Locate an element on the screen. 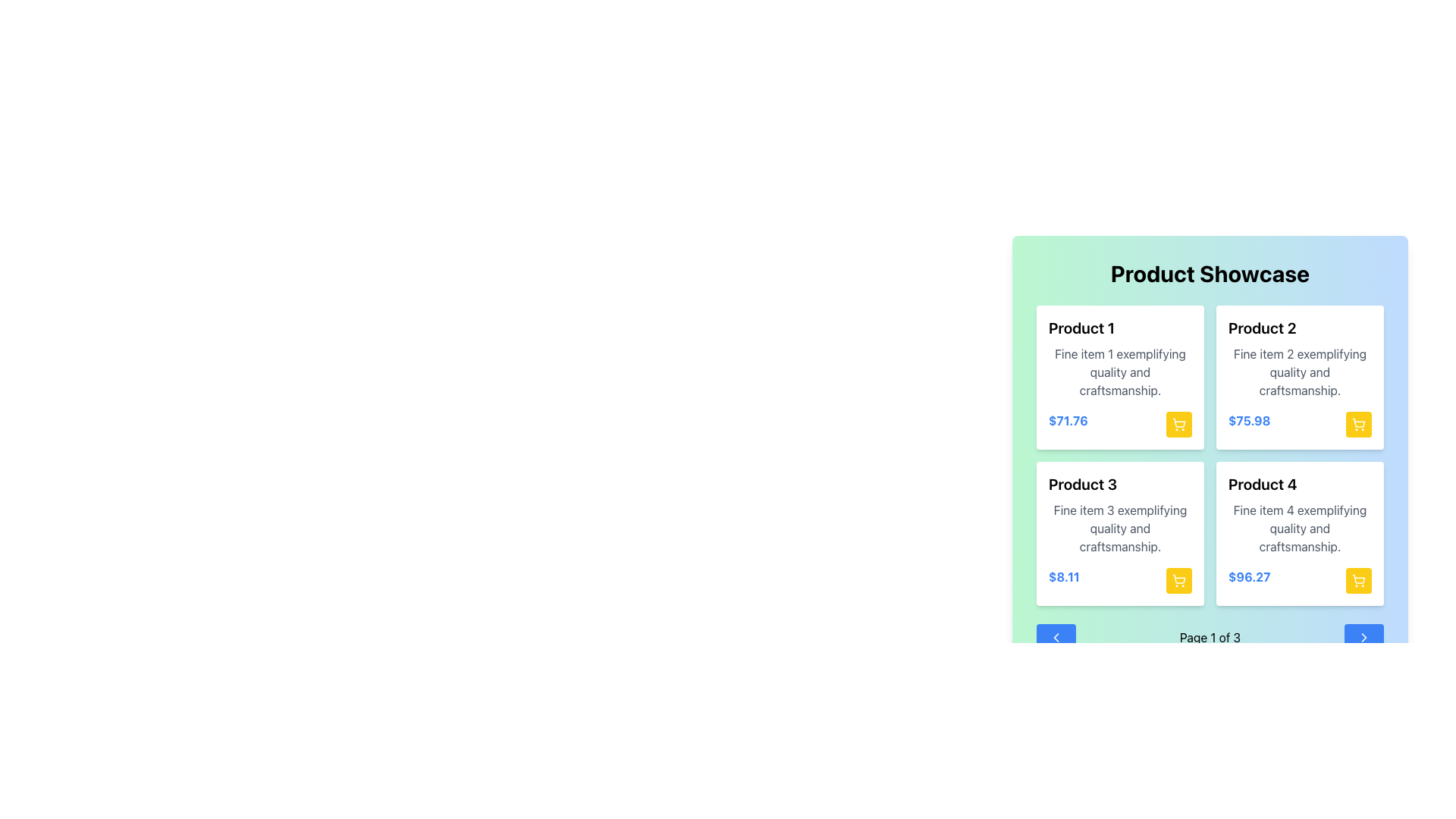 This screenshot has width=1456, height=819. the shopping cart icon element, which is part of the graphical representation of 'Product 3' located at the bottom-right corner of its card is located at coordinates (1178, 579).